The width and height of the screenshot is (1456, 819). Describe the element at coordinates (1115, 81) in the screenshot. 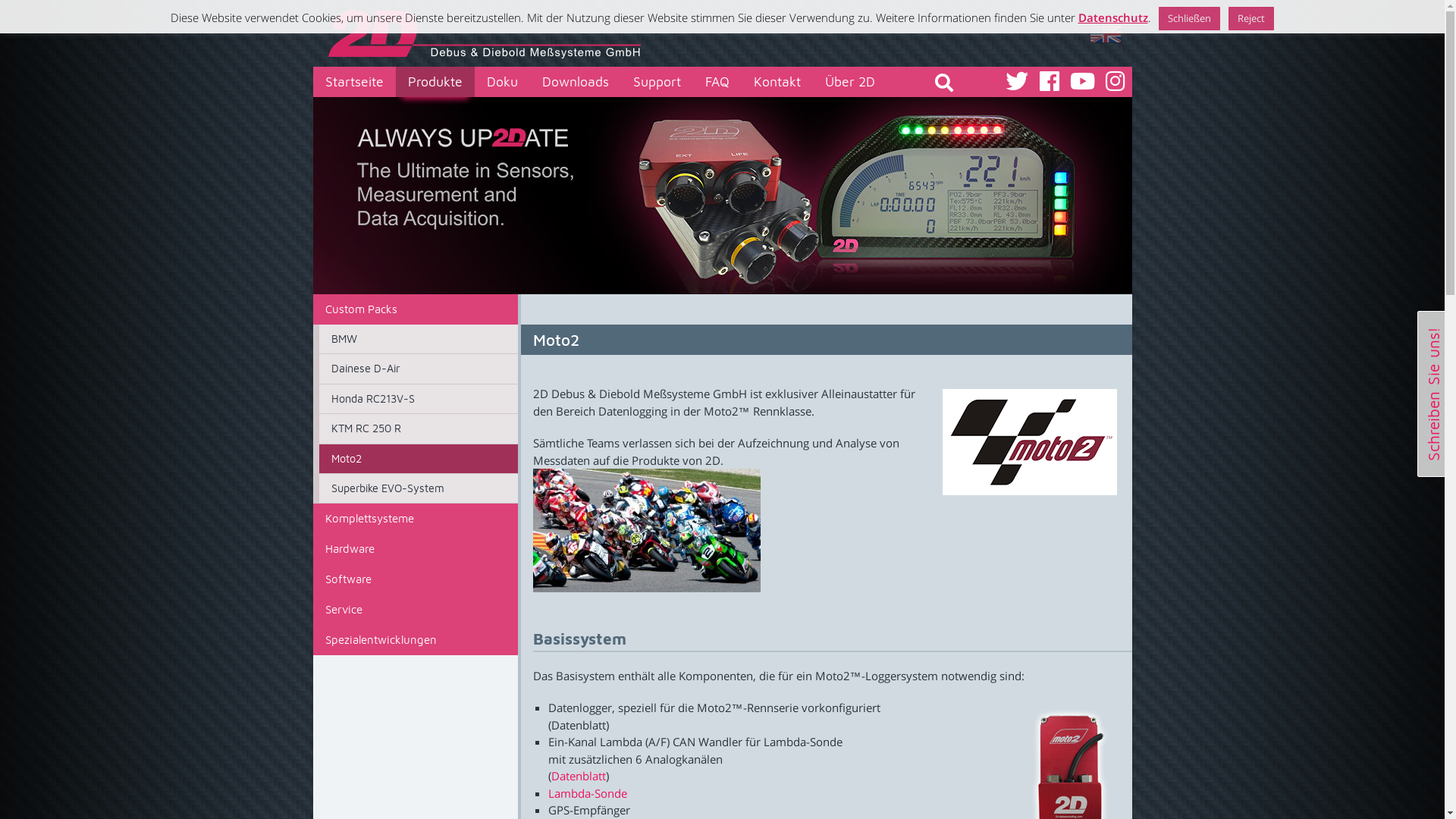

I see `'Sehen Sie uns auf Instagram'` at that location.